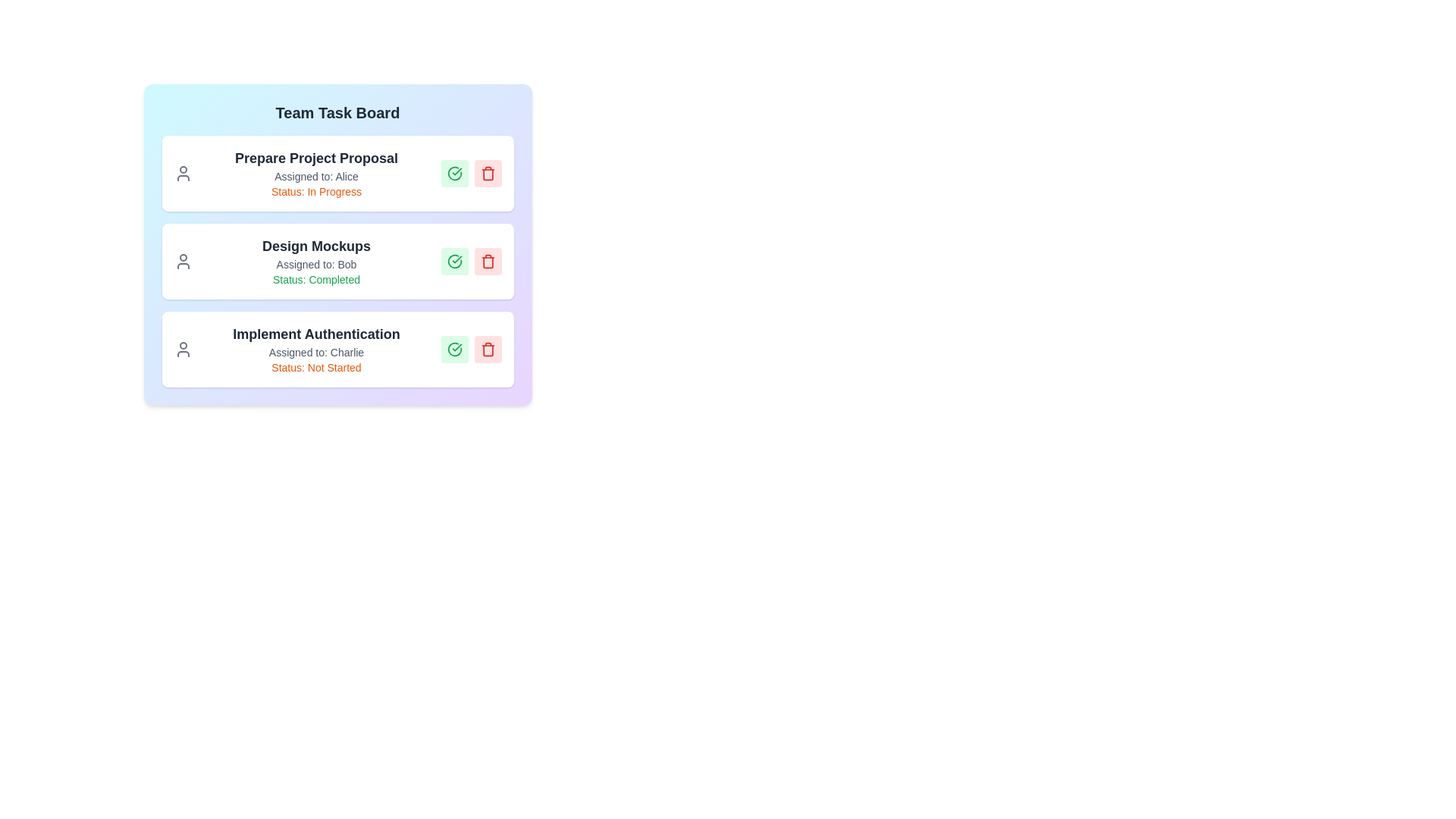 The width and height of the screenshot is (1456, 819). I want to click on trash button for the task titled 'Prepare Project Proposal' to delete it, so click(488, 172).